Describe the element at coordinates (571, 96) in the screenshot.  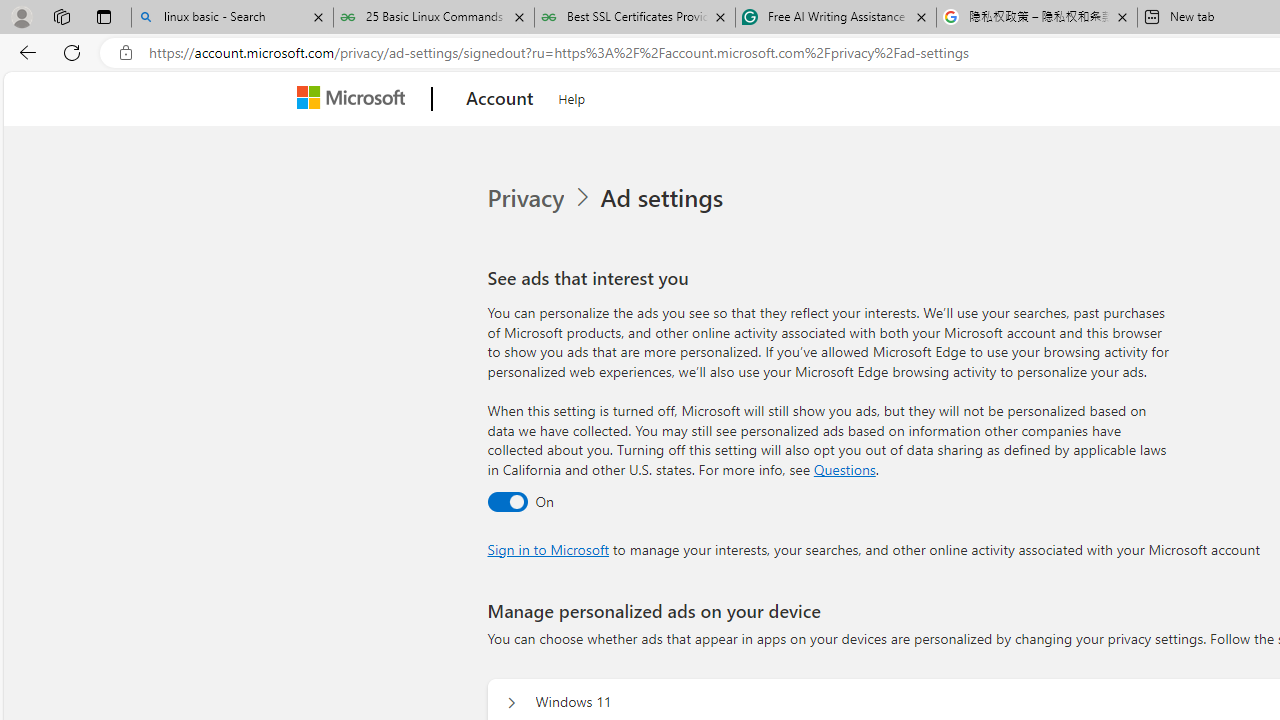
I see `'Help'` at that location.